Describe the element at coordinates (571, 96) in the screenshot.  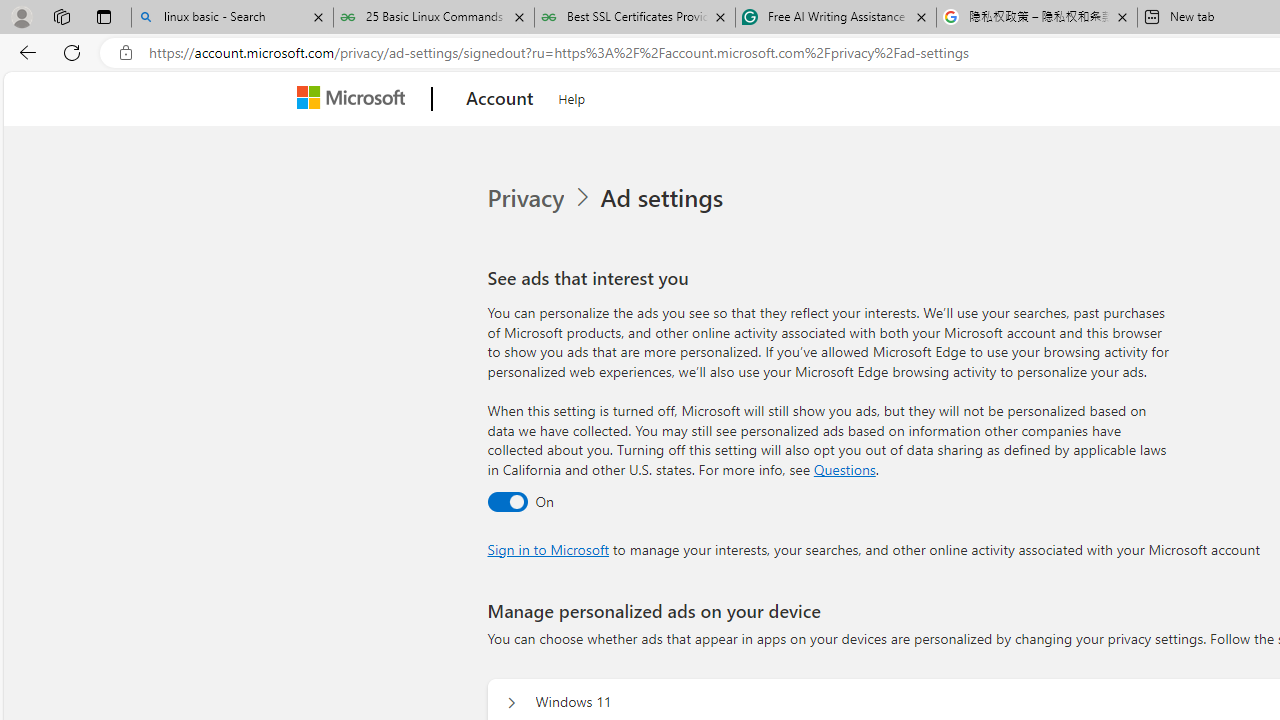
I see `'Help'` at that location.